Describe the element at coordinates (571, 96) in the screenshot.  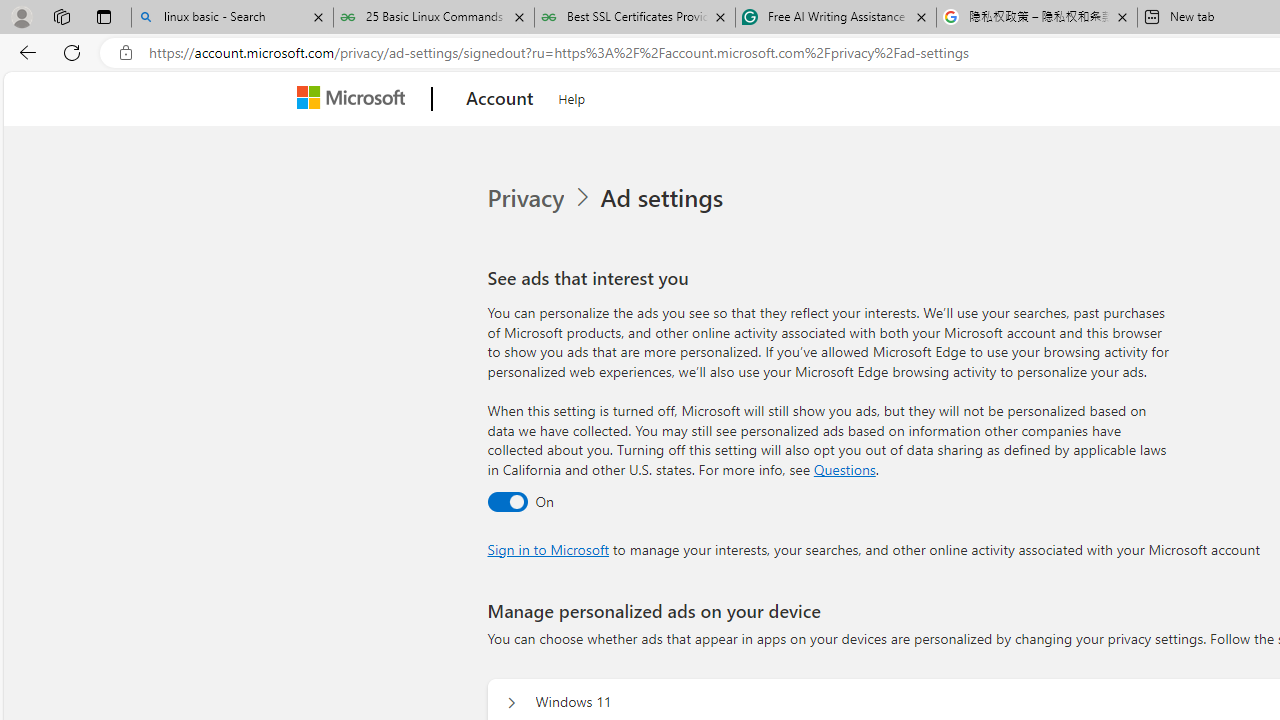
I see `'Help'` at that location.